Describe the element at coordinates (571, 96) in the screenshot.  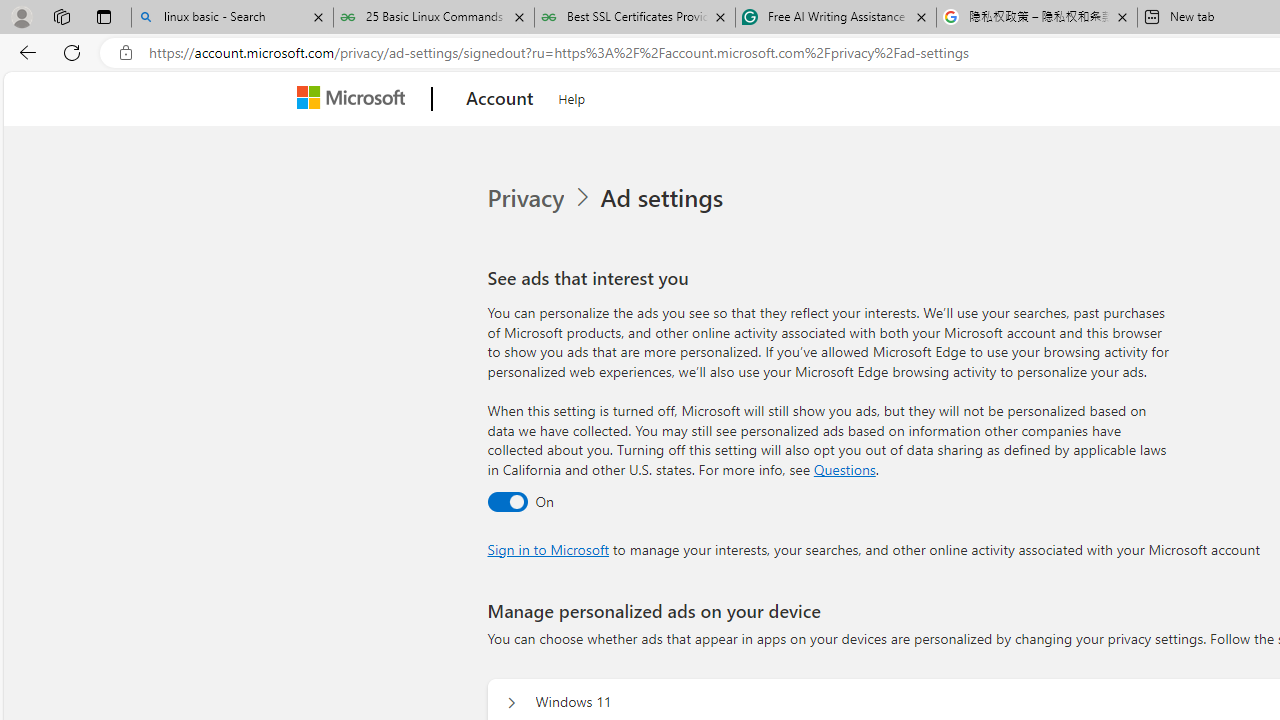
I see `'Help'` at that location.